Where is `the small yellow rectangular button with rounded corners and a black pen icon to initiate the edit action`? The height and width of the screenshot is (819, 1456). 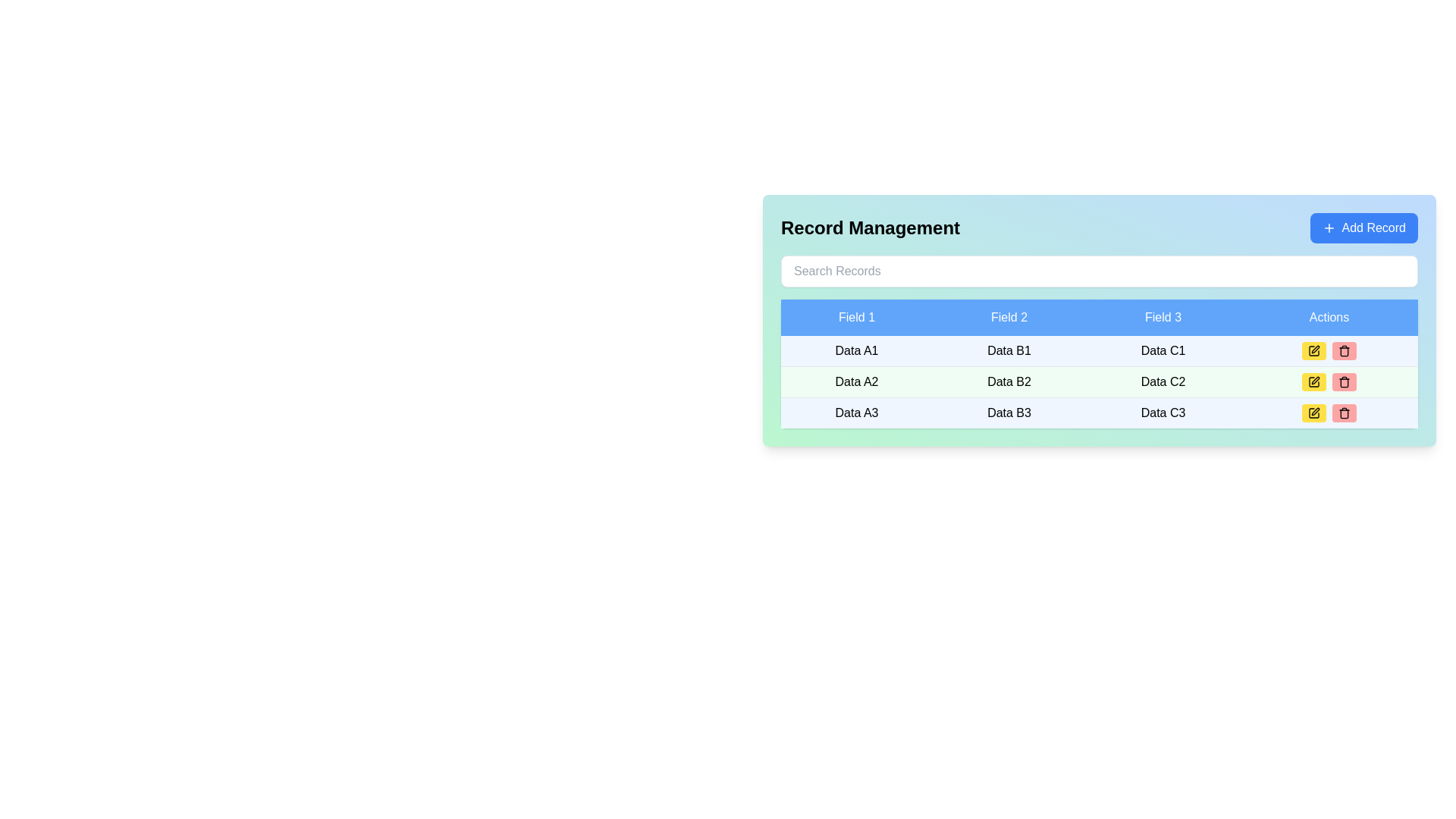
the small yellow rectangular button with rounded corners and a black pen icon to initiate the edit action is located at coordinates (1313, 350).